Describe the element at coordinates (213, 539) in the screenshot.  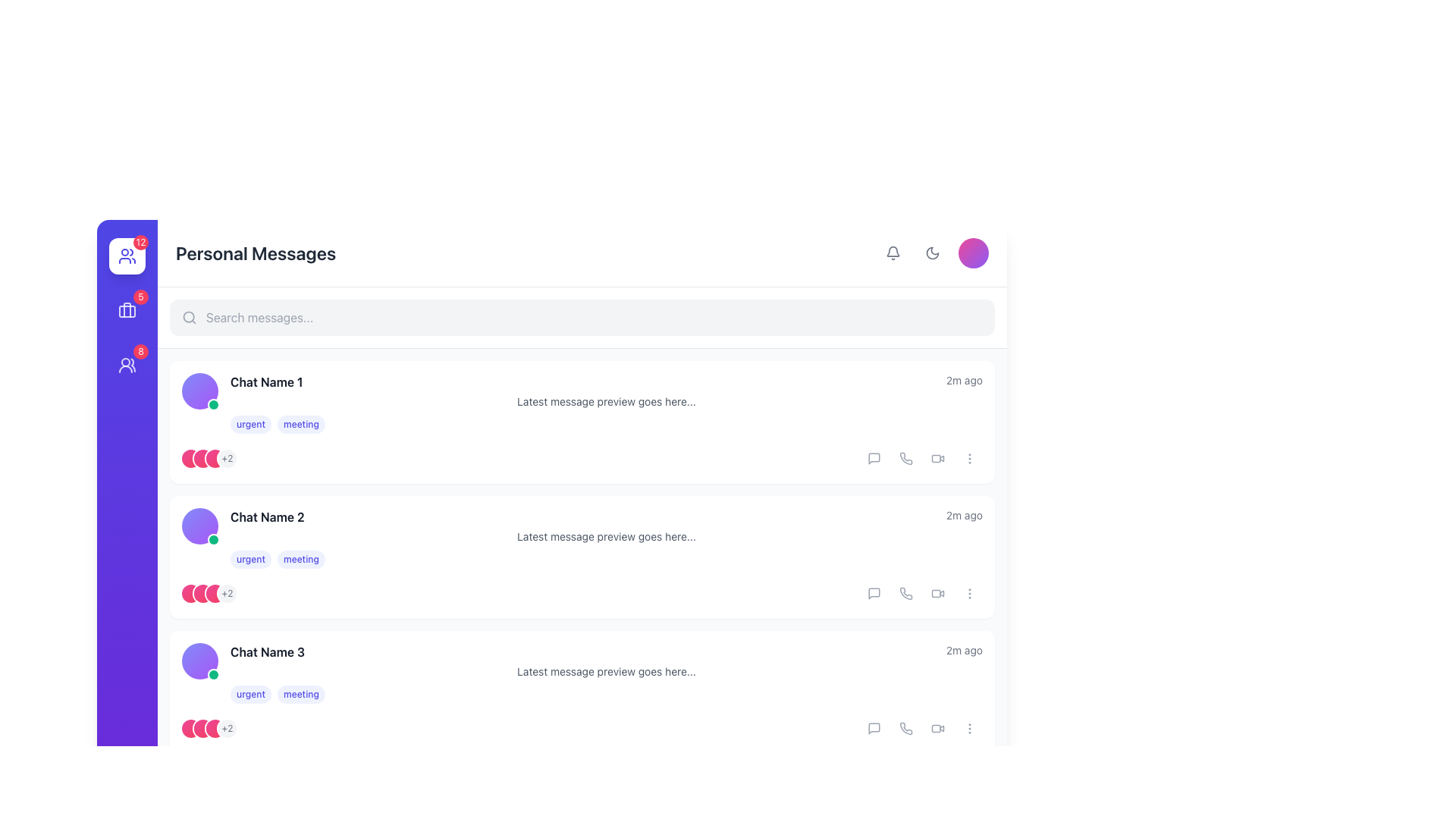
I see `the online status indicator badge located at the bottom-right corner of the circular profile icon in the second item of the chat list for additional context` at that location.